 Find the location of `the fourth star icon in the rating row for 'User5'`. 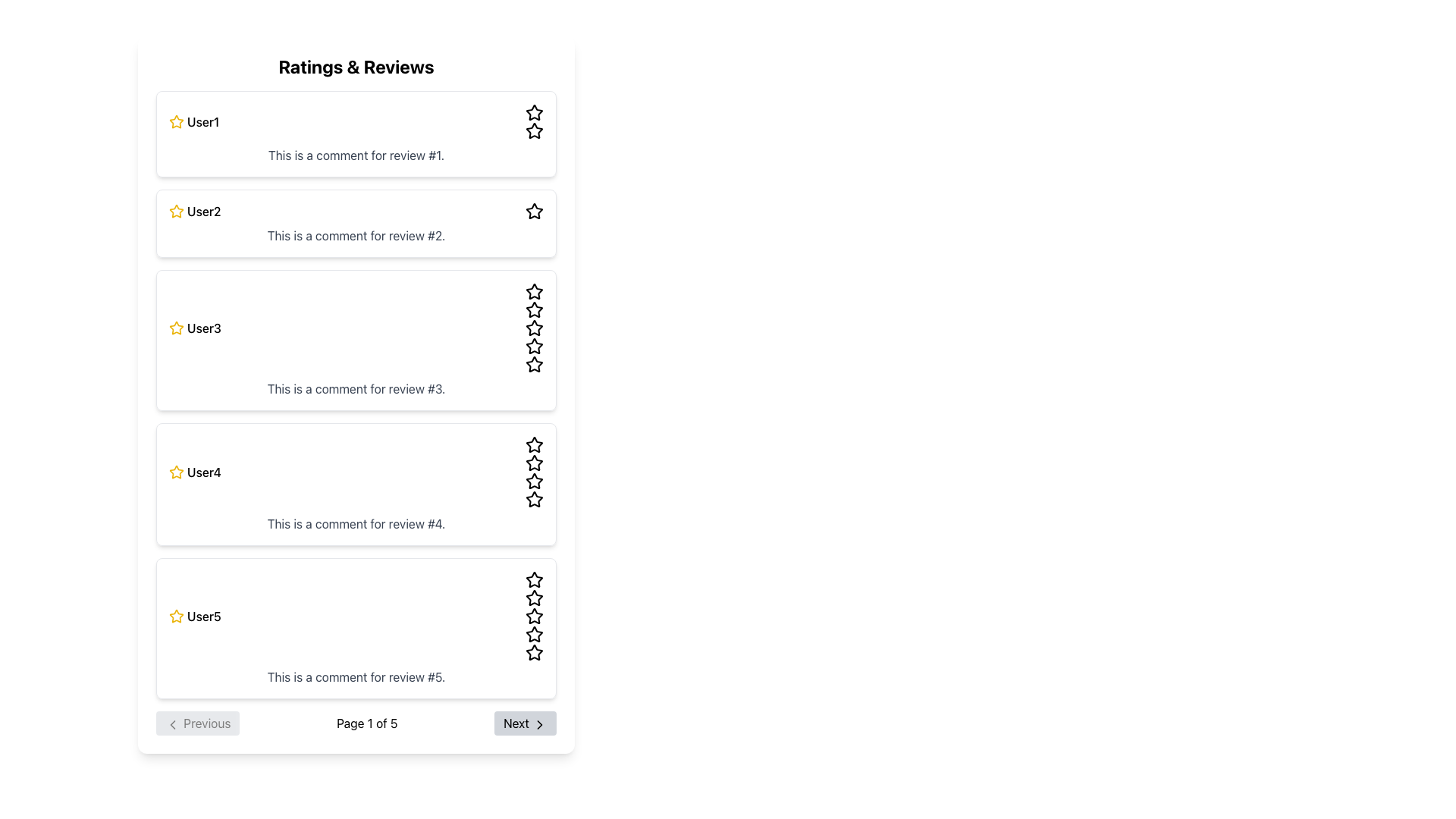

the fourth star icon in the rating row for 'User5' is located at coordinates (535, 634).